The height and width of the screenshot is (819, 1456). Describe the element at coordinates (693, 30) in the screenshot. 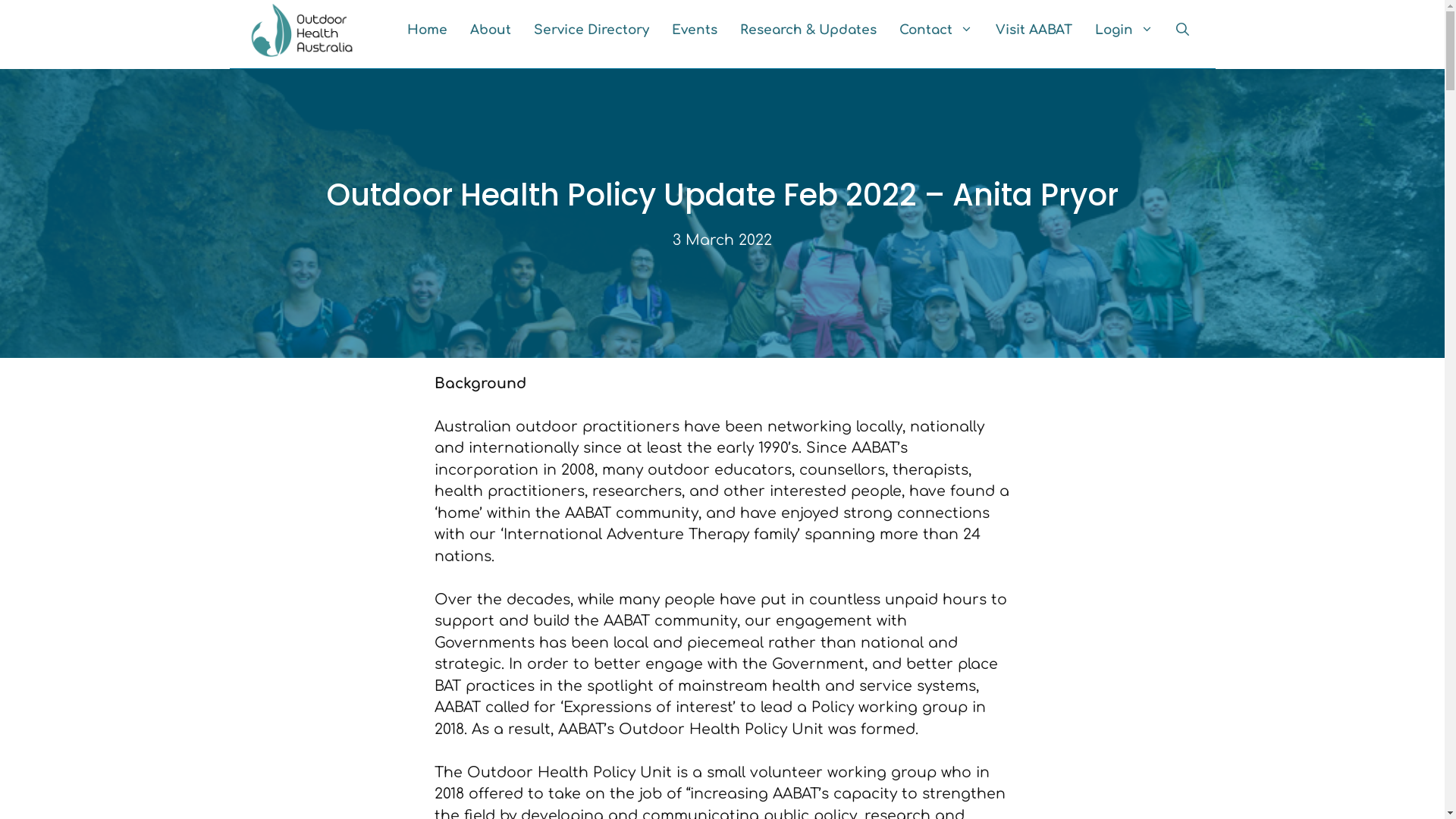

I see `'Events'` at that location.